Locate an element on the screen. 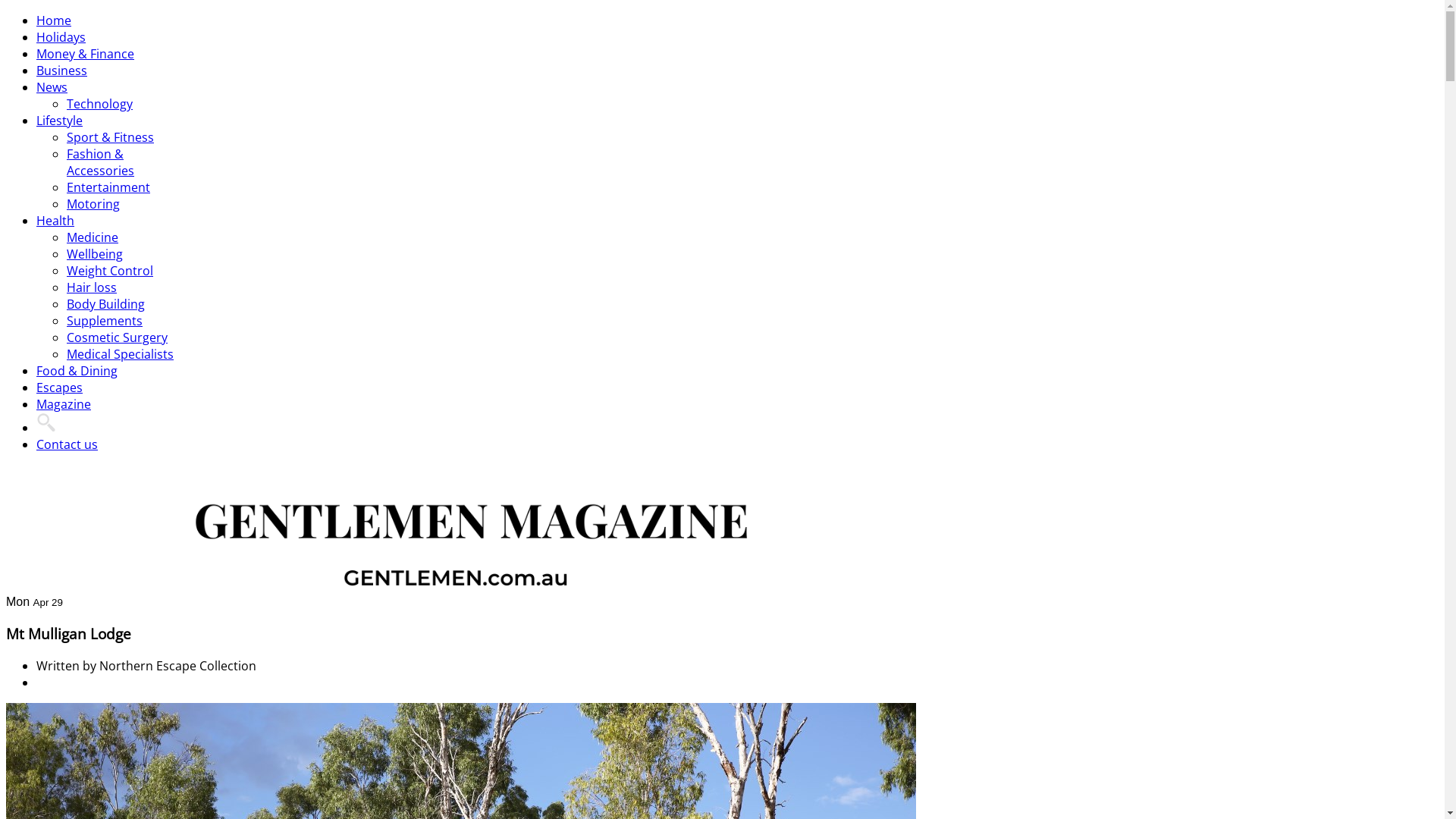 This screenshot has width=1456, height=819. 'News' is located at coordinates (36, 87).